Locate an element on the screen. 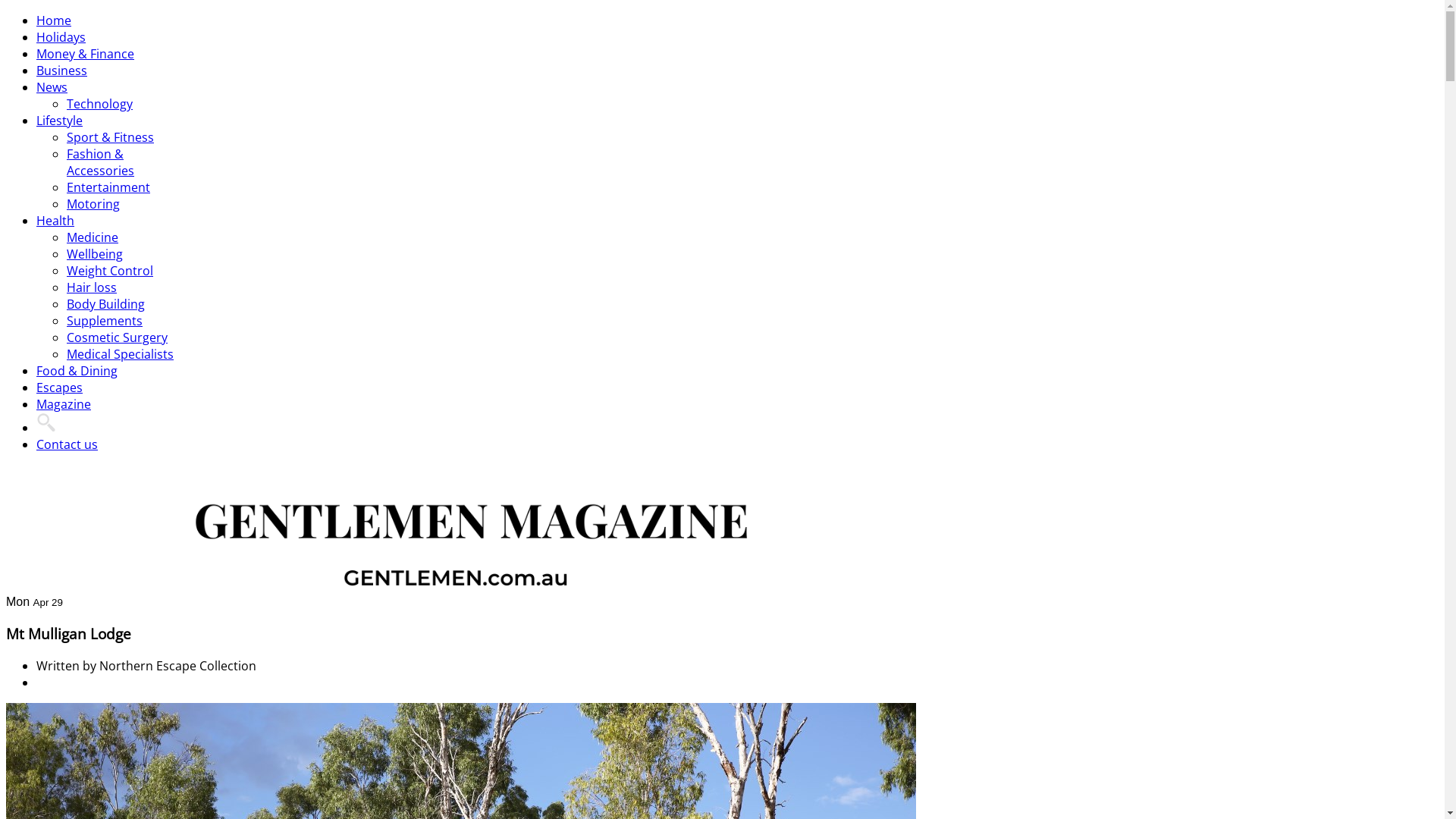 This screenshot has width=1456, height=819. 'News' is located at coordinates (36, 87).